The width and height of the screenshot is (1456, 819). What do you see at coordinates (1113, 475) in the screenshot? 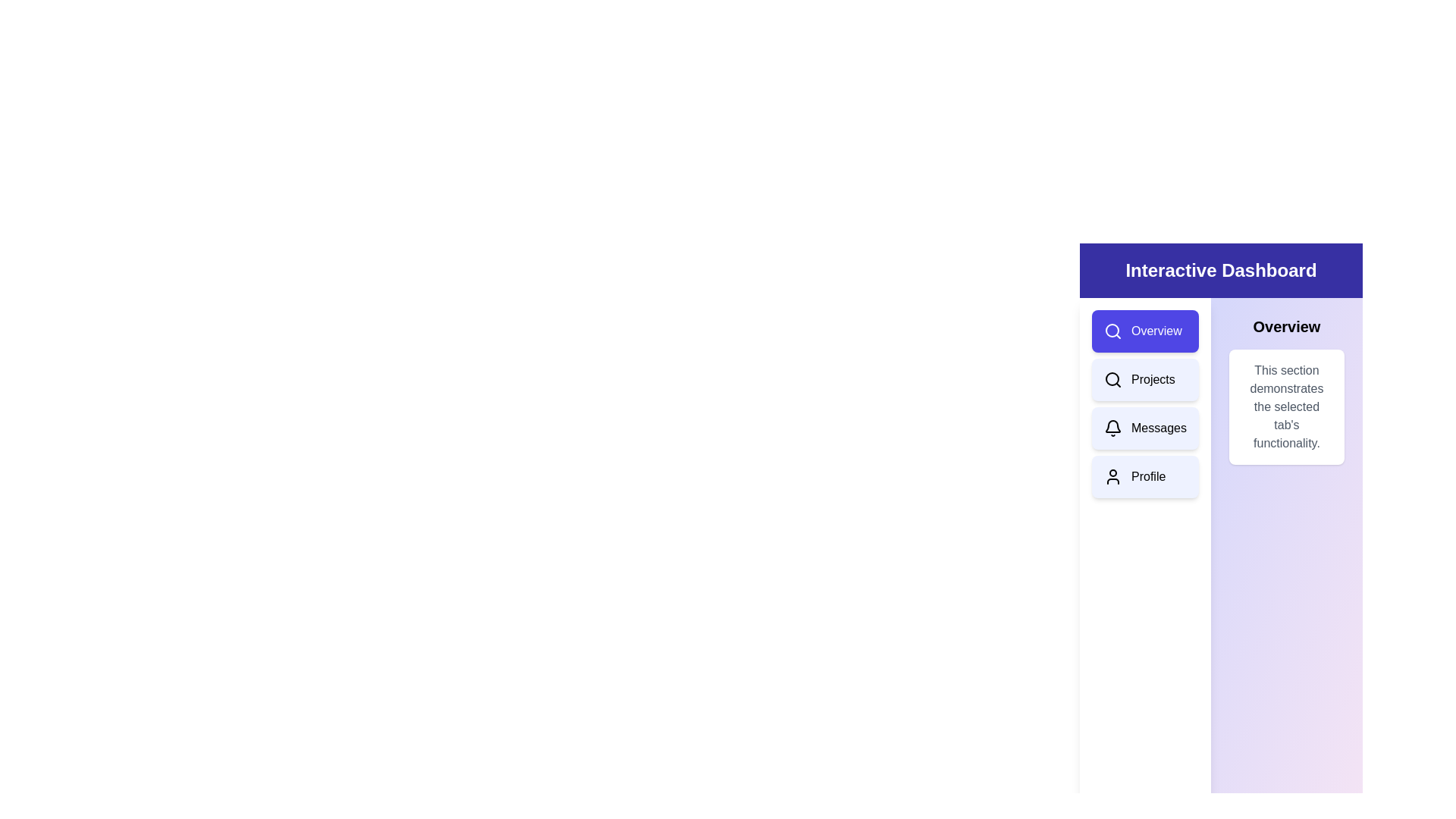
I see `the user profile icon located in the left sidebar of the interface` at bounding box center [1113, 475].